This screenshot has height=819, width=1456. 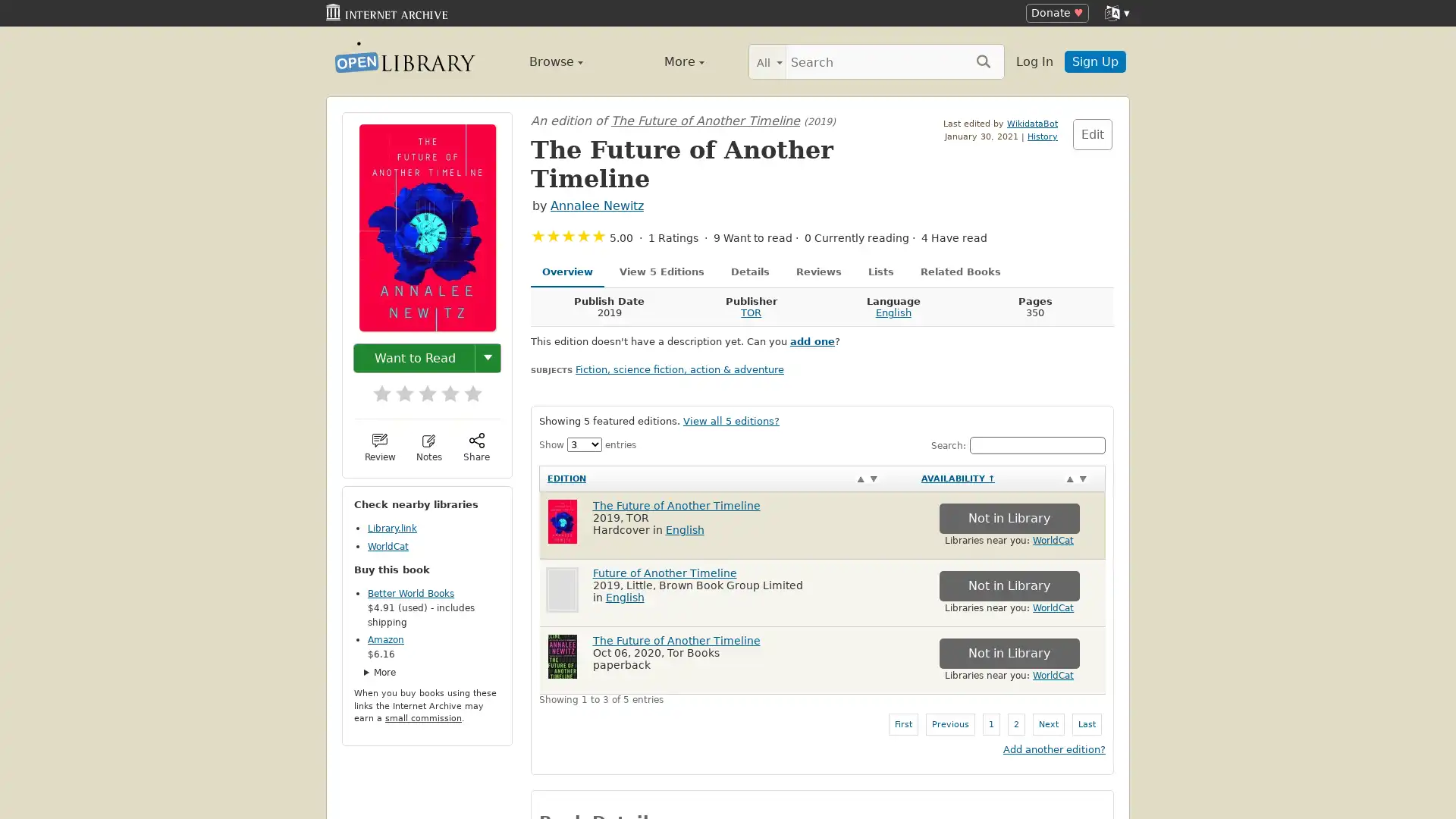 I want to click on 1, so click(x=375, y=388).